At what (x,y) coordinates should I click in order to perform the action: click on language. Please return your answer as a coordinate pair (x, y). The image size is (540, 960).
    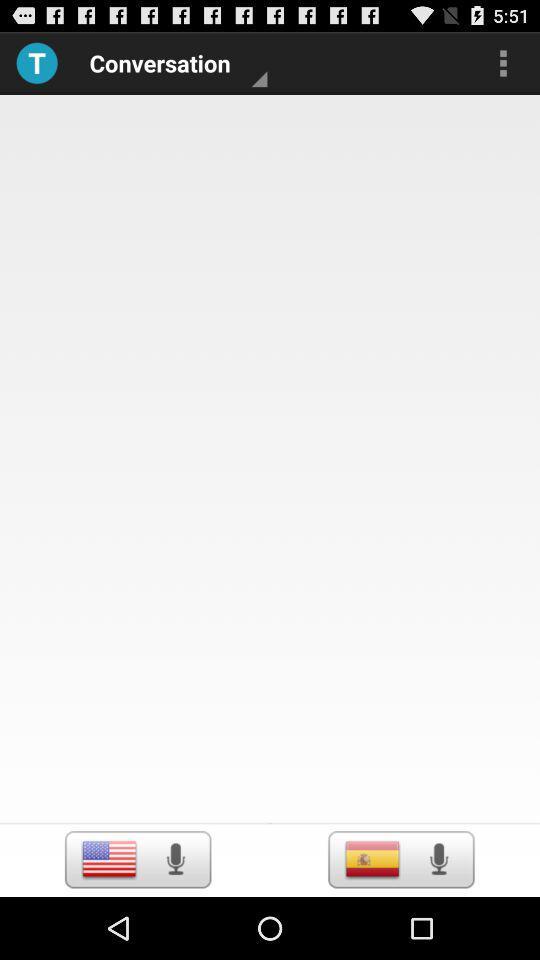
    Looking at the image, I should click on (372, 858).